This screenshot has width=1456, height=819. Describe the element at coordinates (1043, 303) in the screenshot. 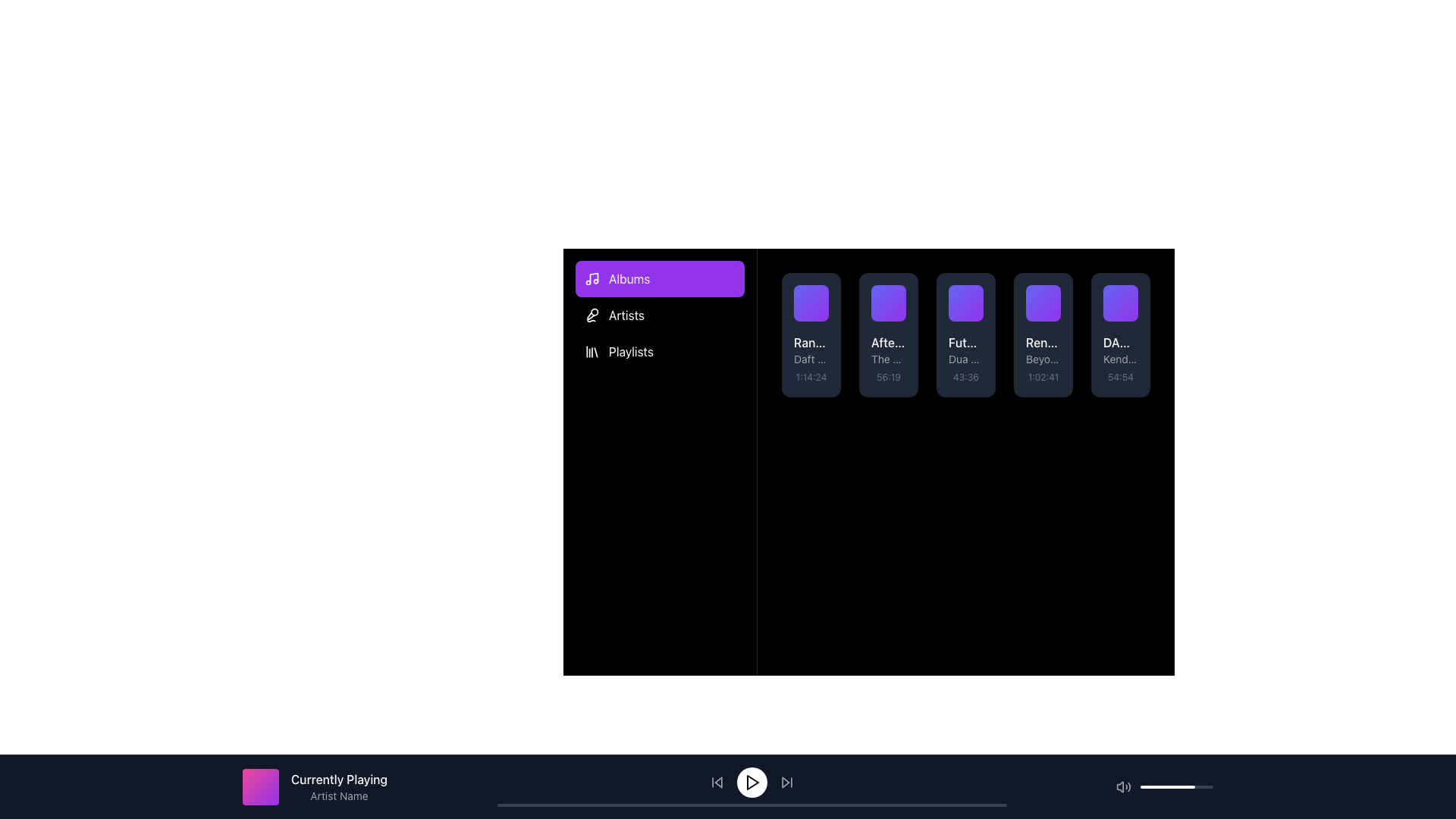

I see `the clickable thumbnail for the 'Renaissance' album, which has a square gradient background and a play icon` at that location.